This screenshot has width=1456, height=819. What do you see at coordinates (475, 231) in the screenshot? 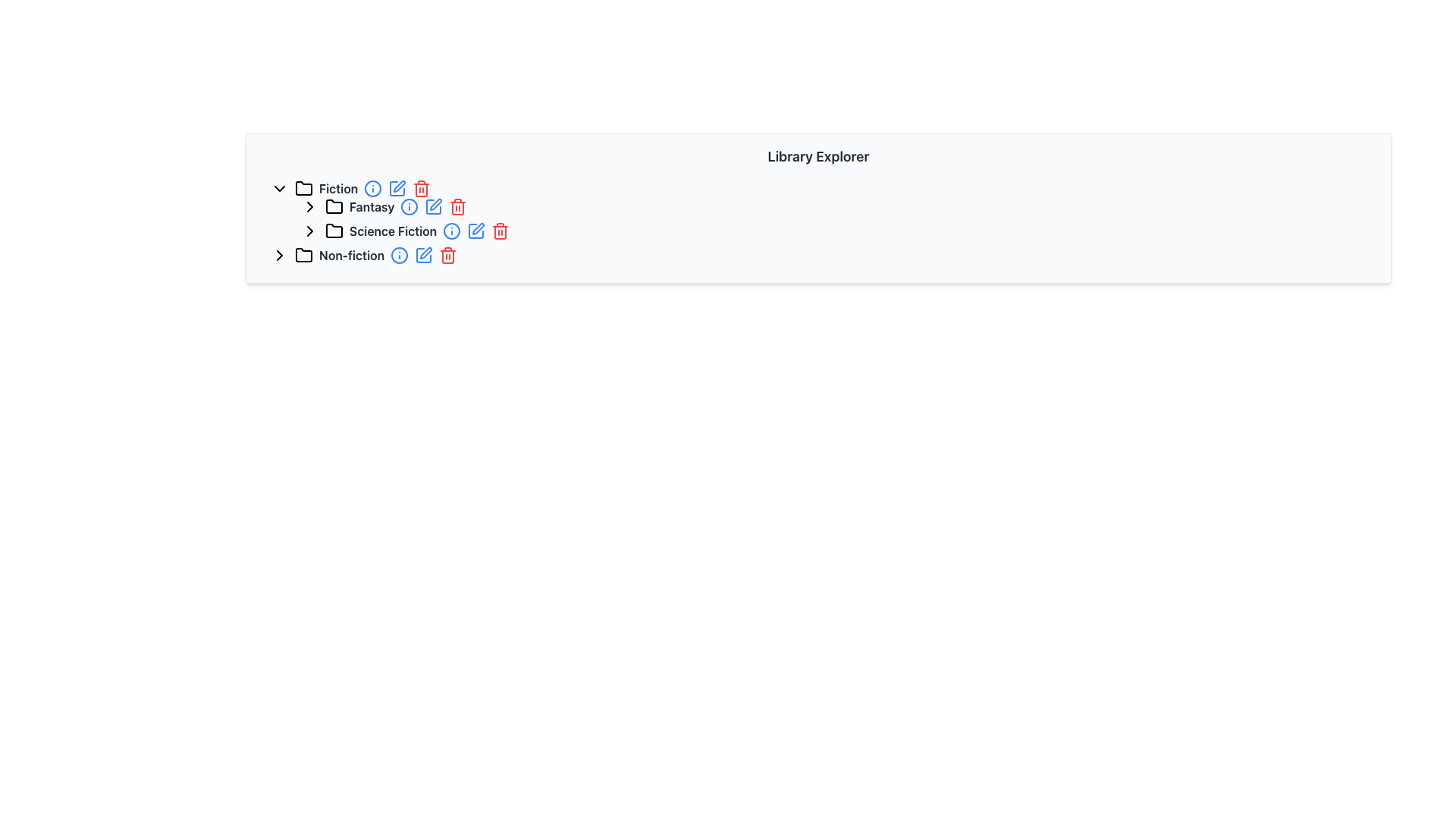
I see `the edit button for the 'Science Fiction' category` at bounding box center [475, 231].